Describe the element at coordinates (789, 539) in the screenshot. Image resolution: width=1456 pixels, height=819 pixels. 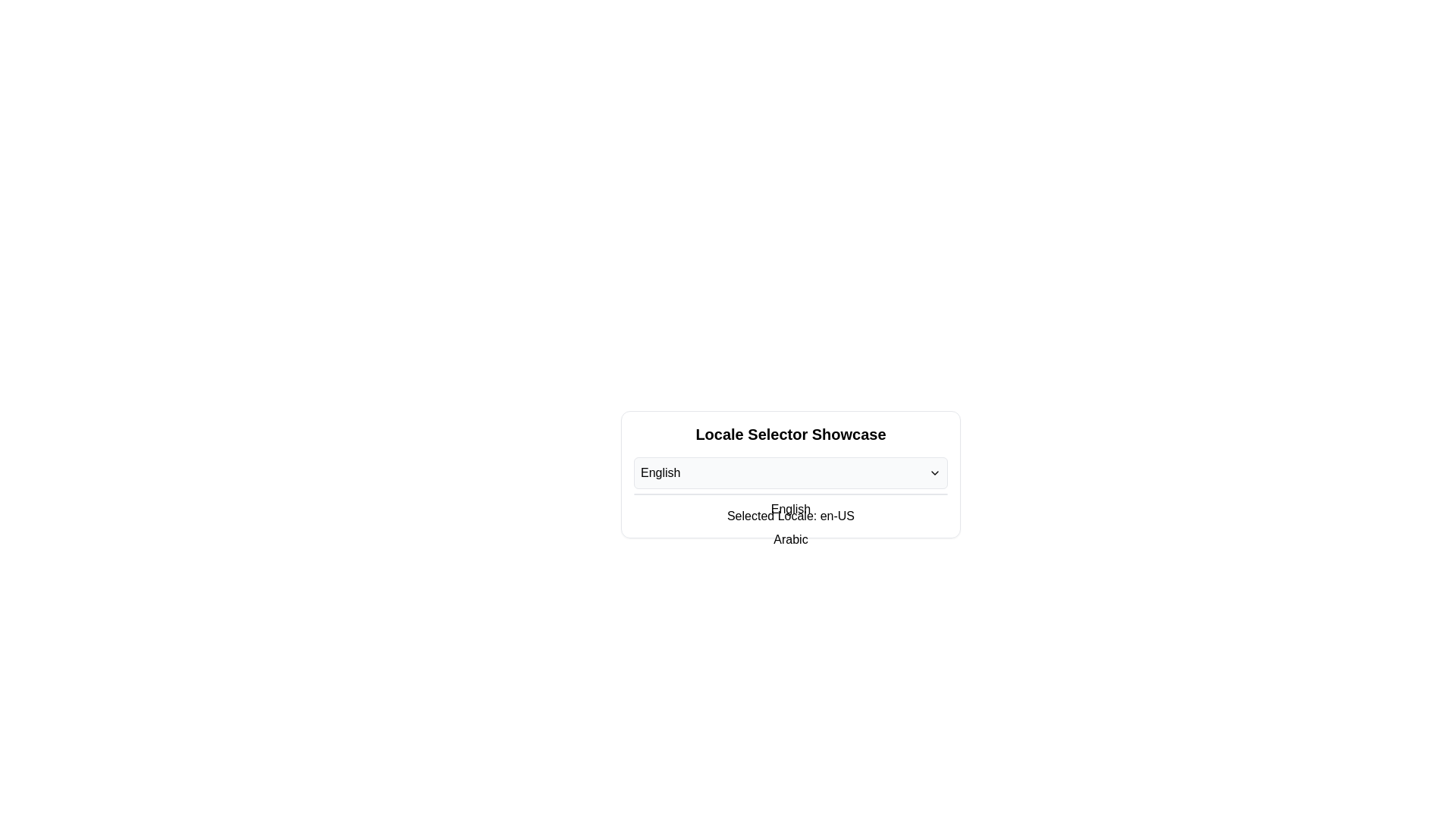
I see `the 'Arabic' text option in the dropdown menu` at that location.